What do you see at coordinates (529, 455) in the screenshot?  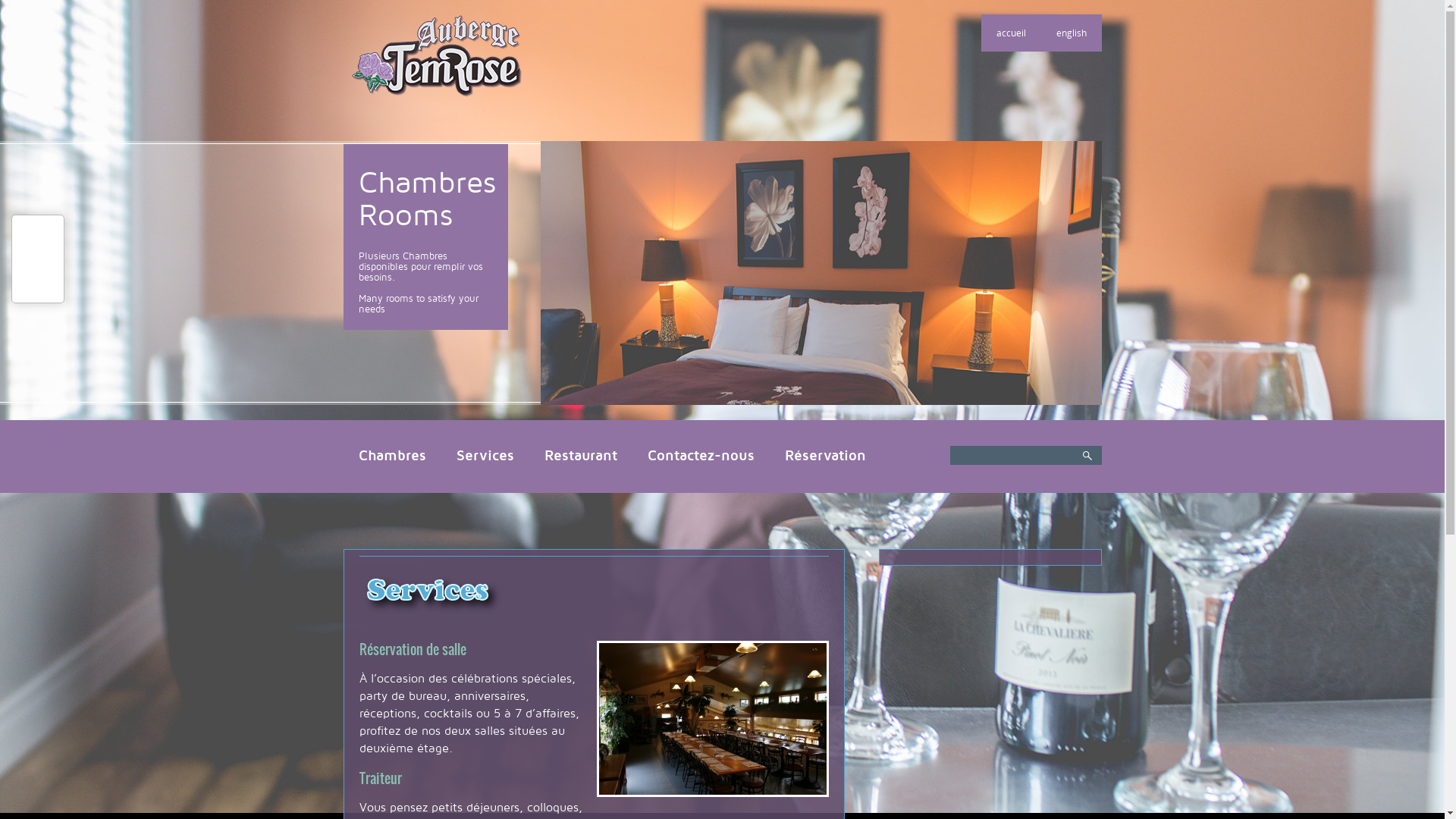 I see `'Restaurant'` at bounding box center [529, 455].